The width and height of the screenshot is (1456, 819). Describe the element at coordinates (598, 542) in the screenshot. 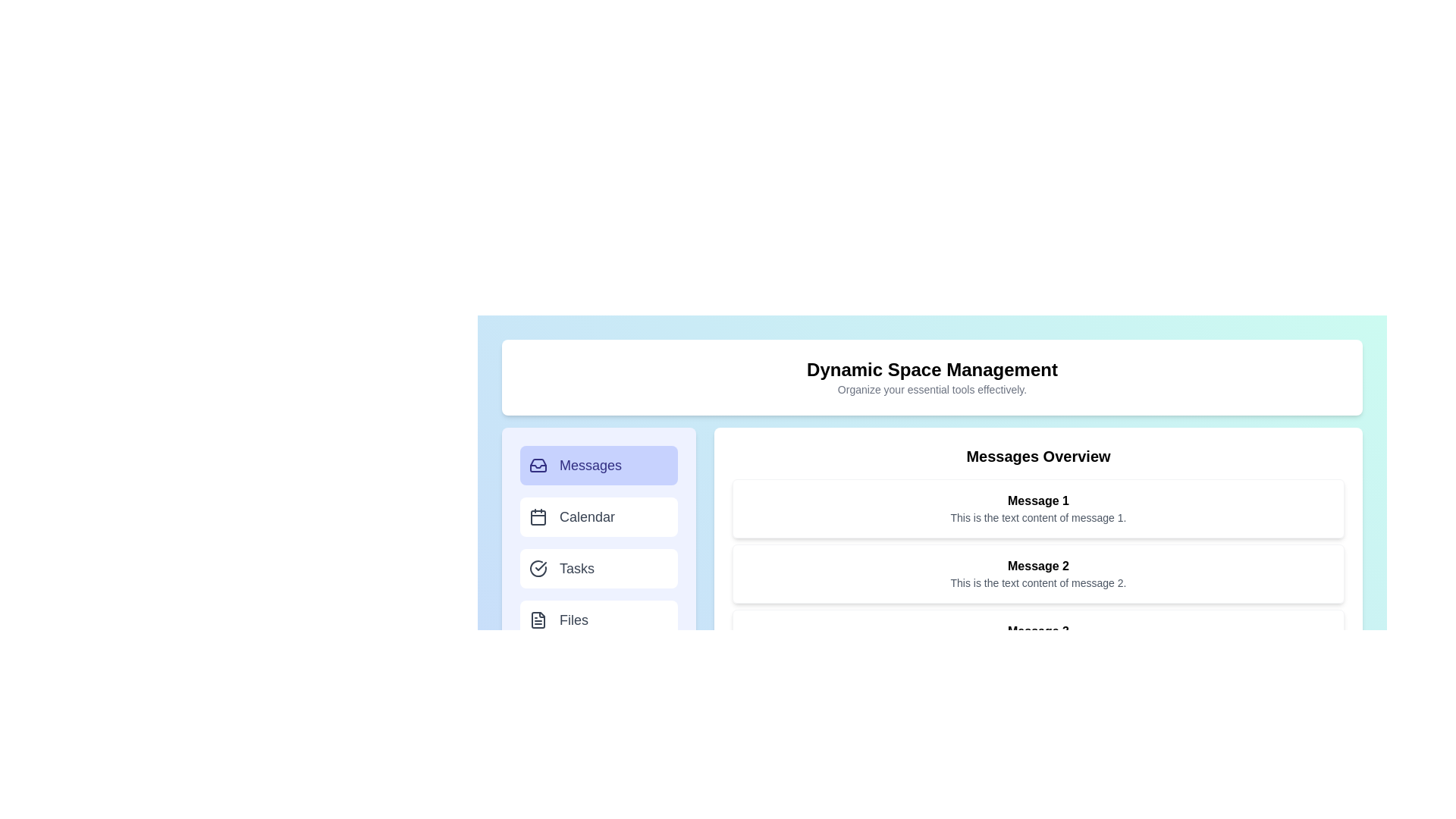

I see `the navigational button located below the 'Messages' option and above the 'Tasks' option in the left-hand side menu` at that location.